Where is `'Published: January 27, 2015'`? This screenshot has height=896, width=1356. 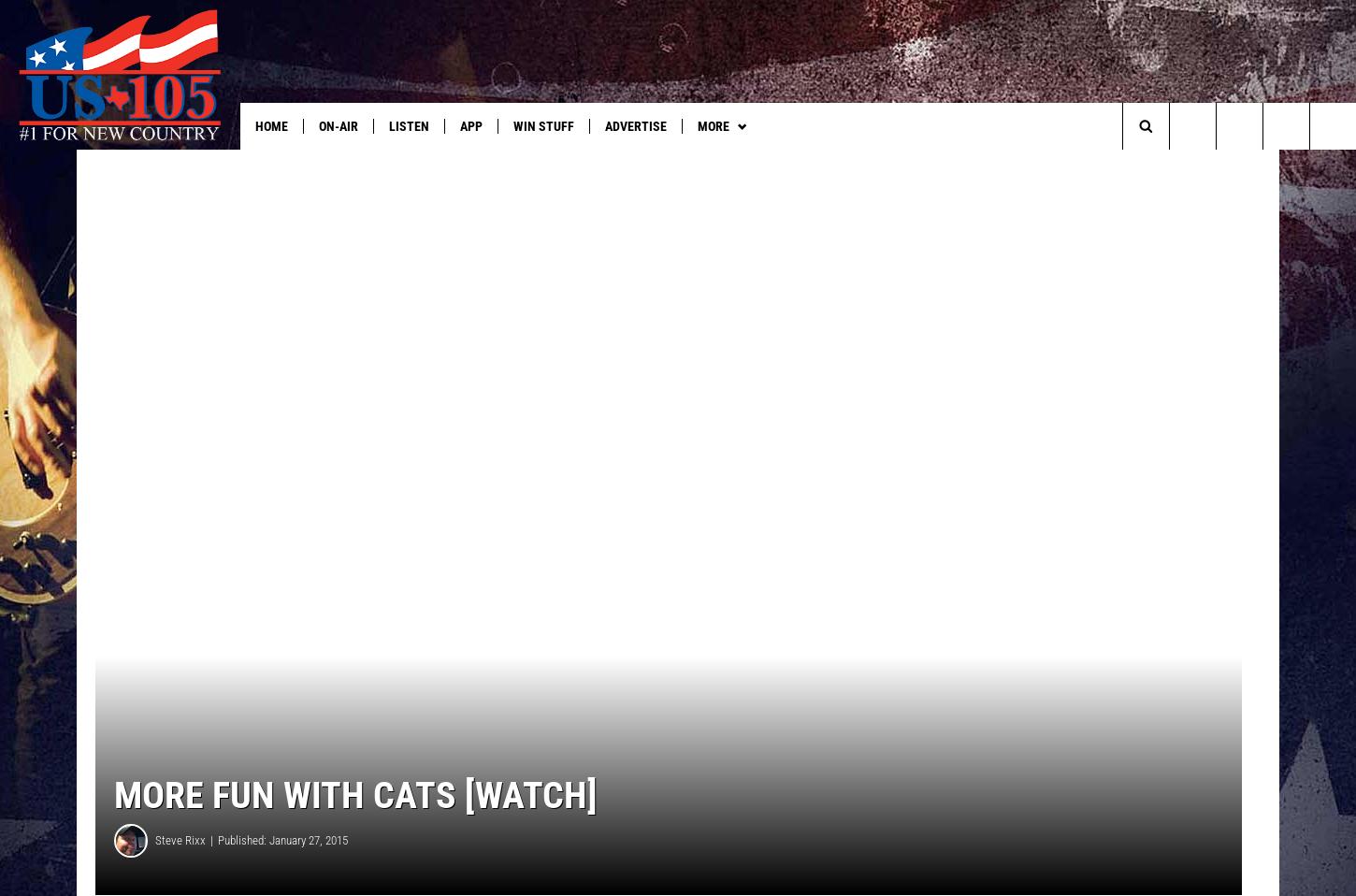
'Published: January 27, 2015' is located at coordinates (282, 870).